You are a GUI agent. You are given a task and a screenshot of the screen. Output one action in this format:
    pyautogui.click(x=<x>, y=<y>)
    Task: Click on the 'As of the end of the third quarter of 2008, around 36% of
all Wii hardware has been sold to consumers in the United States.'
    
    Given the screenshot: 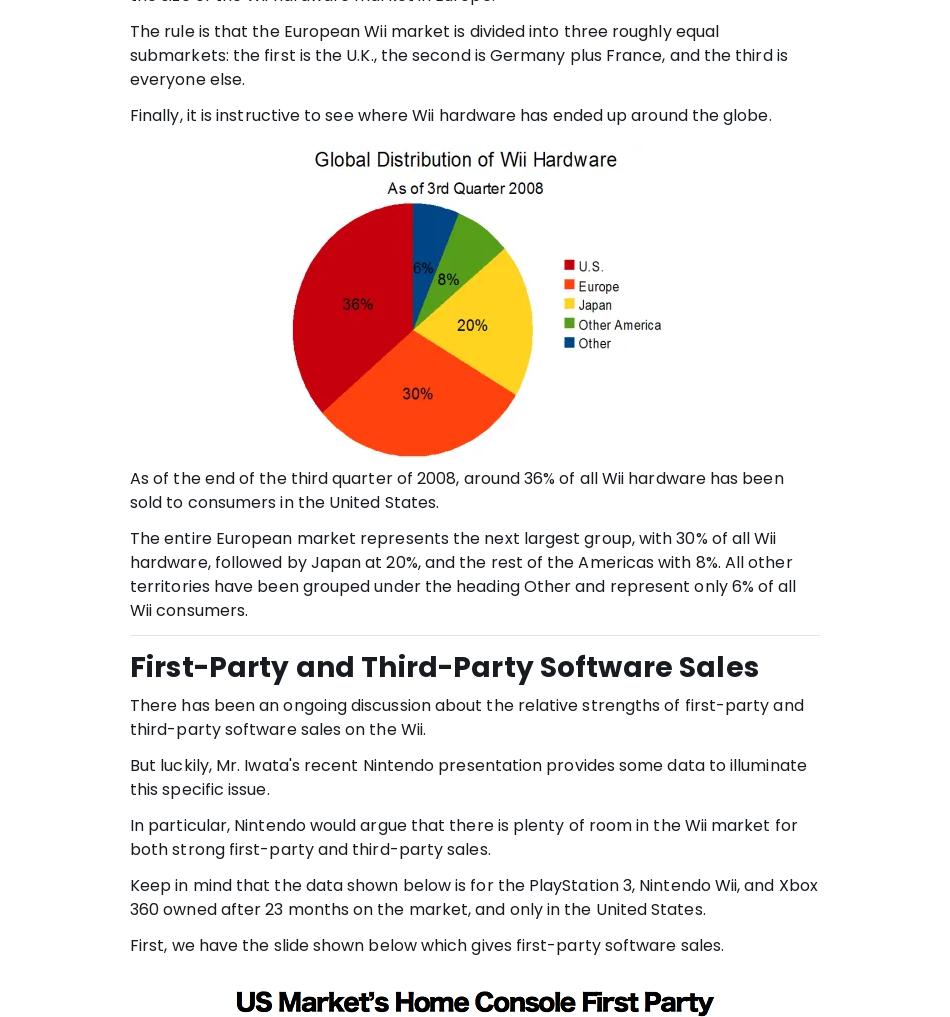 What is the action you would take?
    pyautogui.click(x=455, y=488)
    